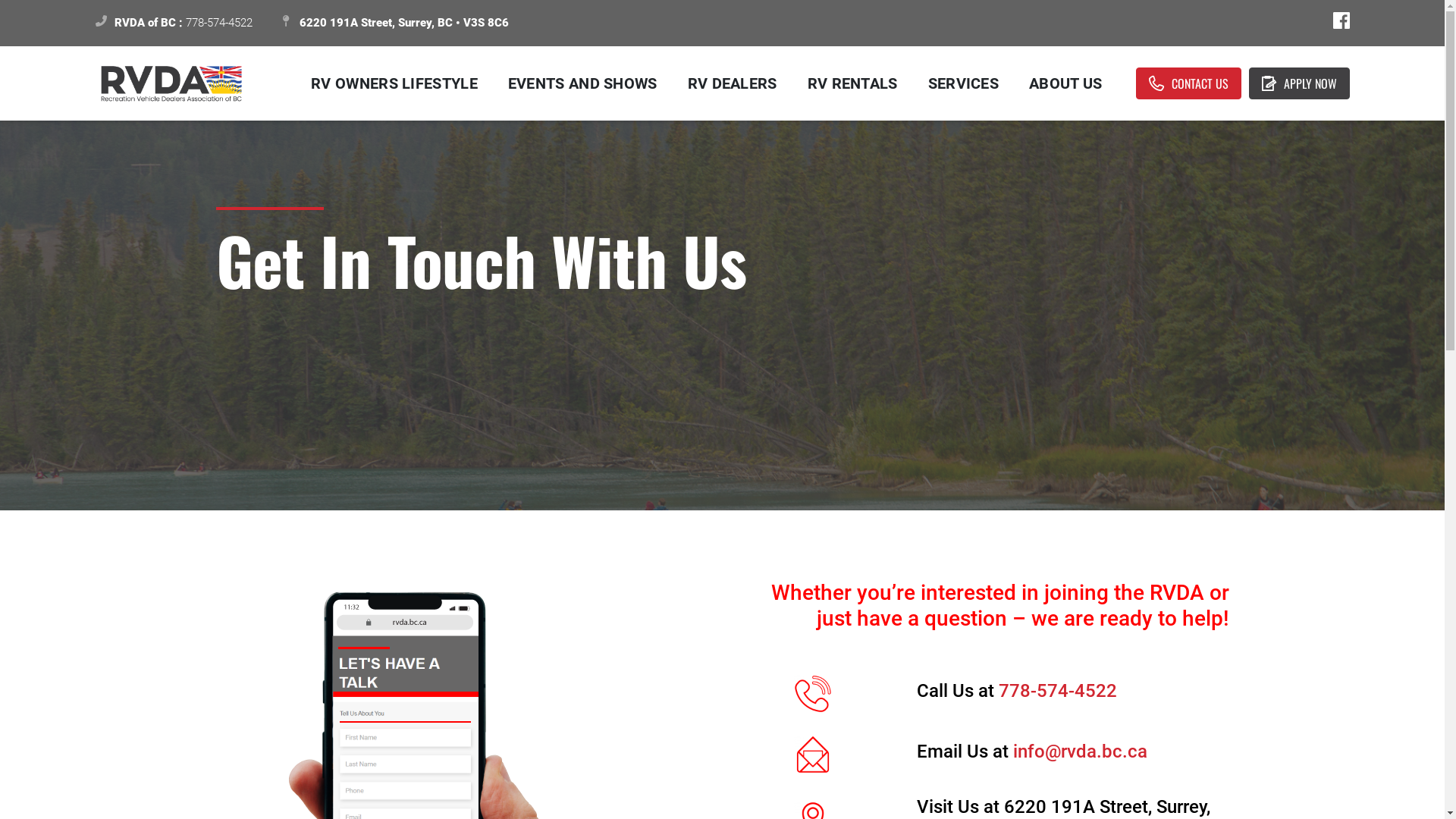 The width and height of the screenshot is (1456, 819). Describe the element at coordinates (1298, 83) in the screenshot. I see `'APPLY NOW'` at that location.